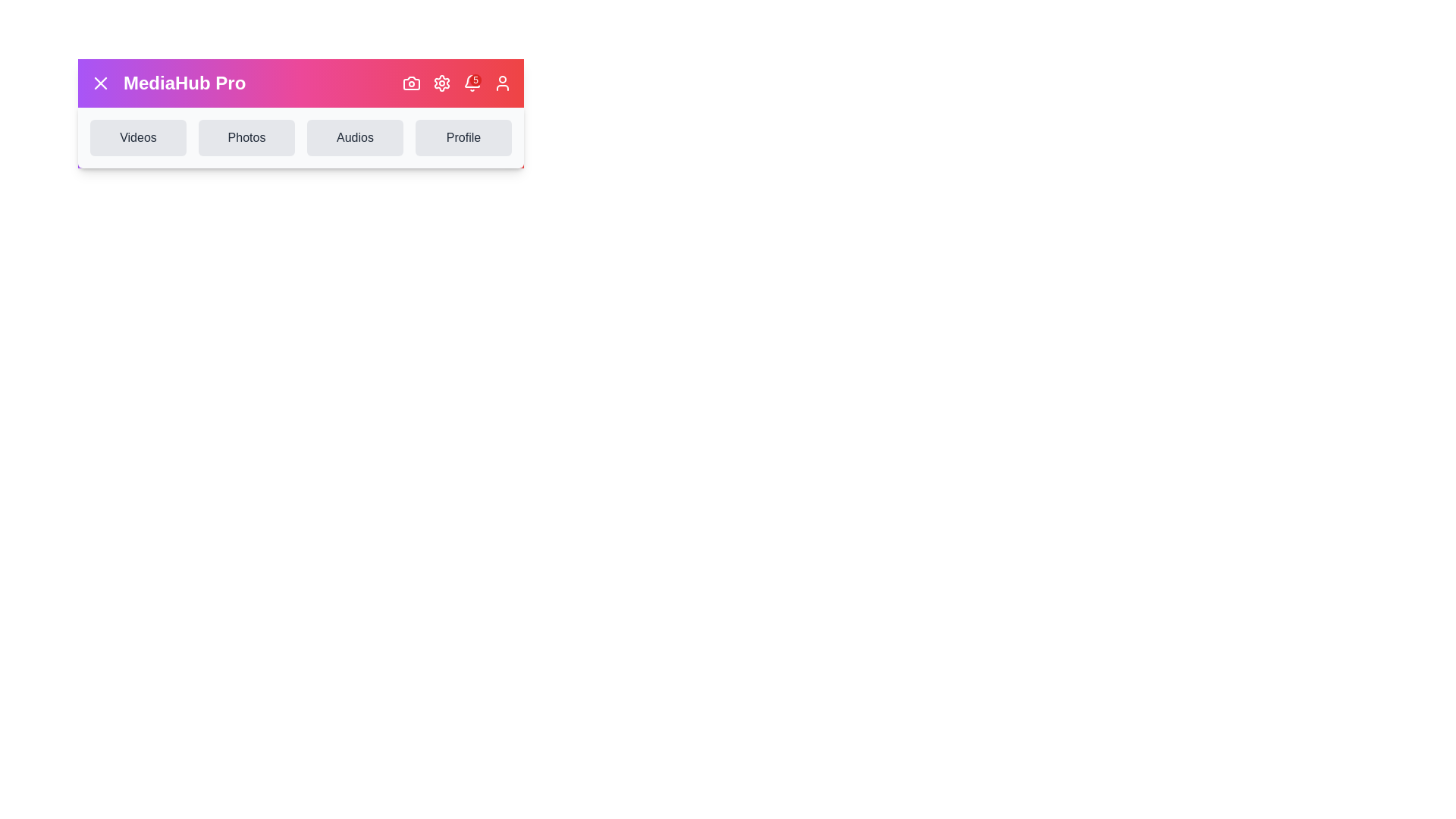 This screenshot has height=819, width=1456. I want to click on the menu item Videos to navigate to the respective section, so click(138, 137).